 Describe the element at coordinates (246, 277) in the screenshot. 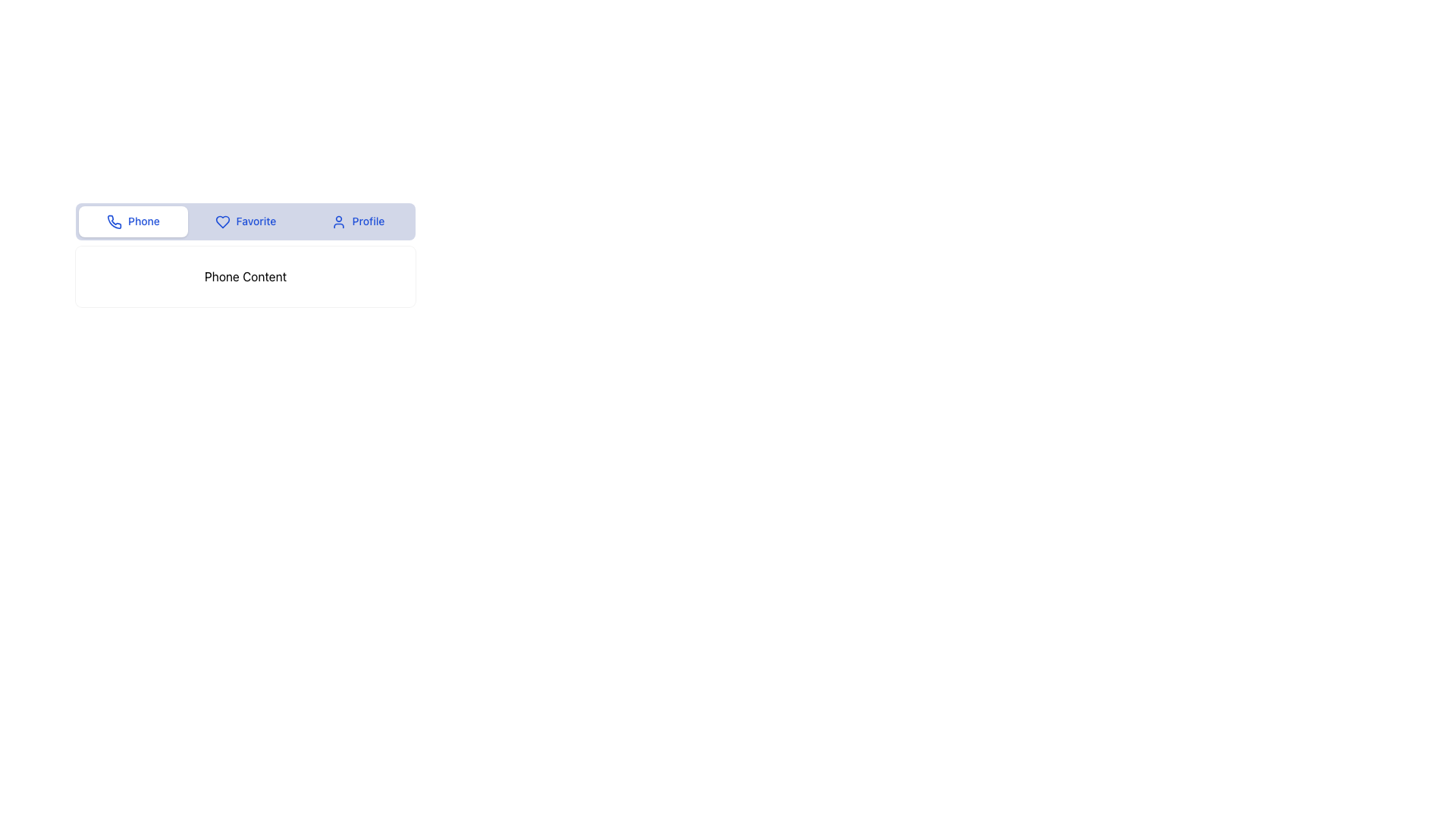

I see `the Content Panel that displays the text 'Phone Content' with a white background and black text, located below the tab interface for 'Phone', 'Favorite', and 'Profile'` at that location.